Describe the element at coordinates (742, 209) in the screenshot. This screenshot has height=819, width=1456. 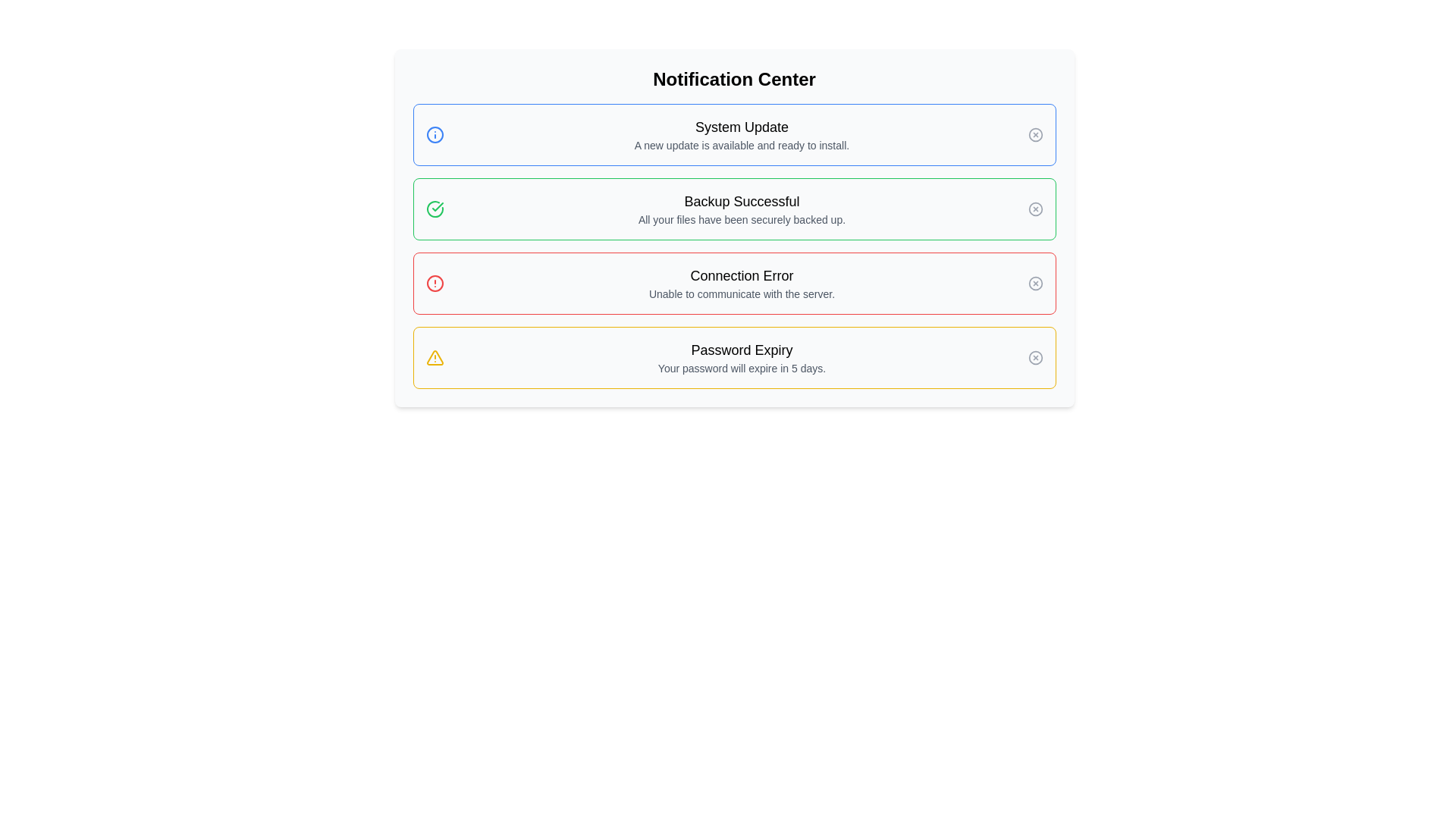
I see `the informational text element that displays 'Backup Successful' and 'All your files have been securely backed up.'` at that location.